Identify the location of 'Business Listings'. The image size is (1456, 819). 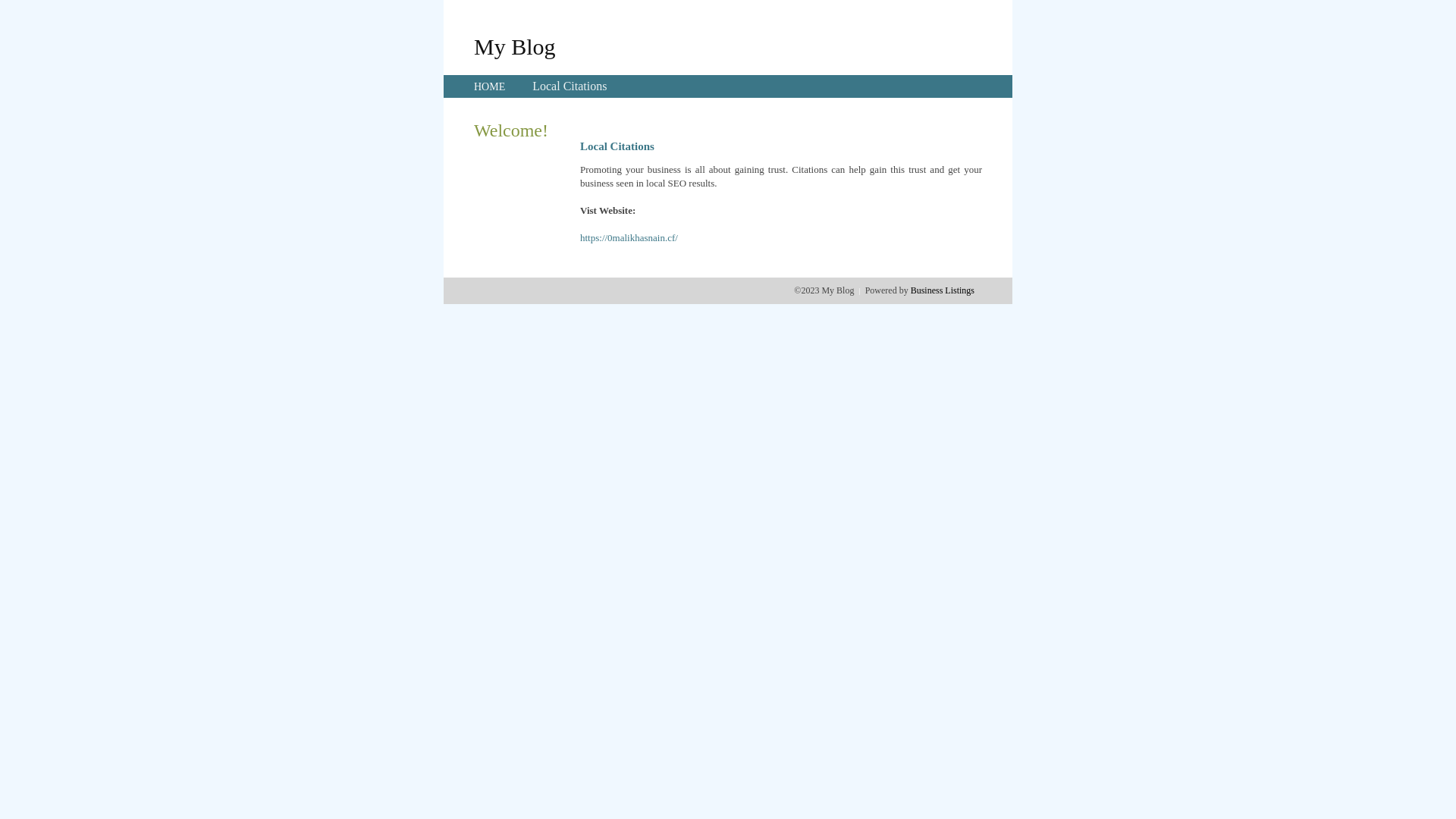
(942, 290).